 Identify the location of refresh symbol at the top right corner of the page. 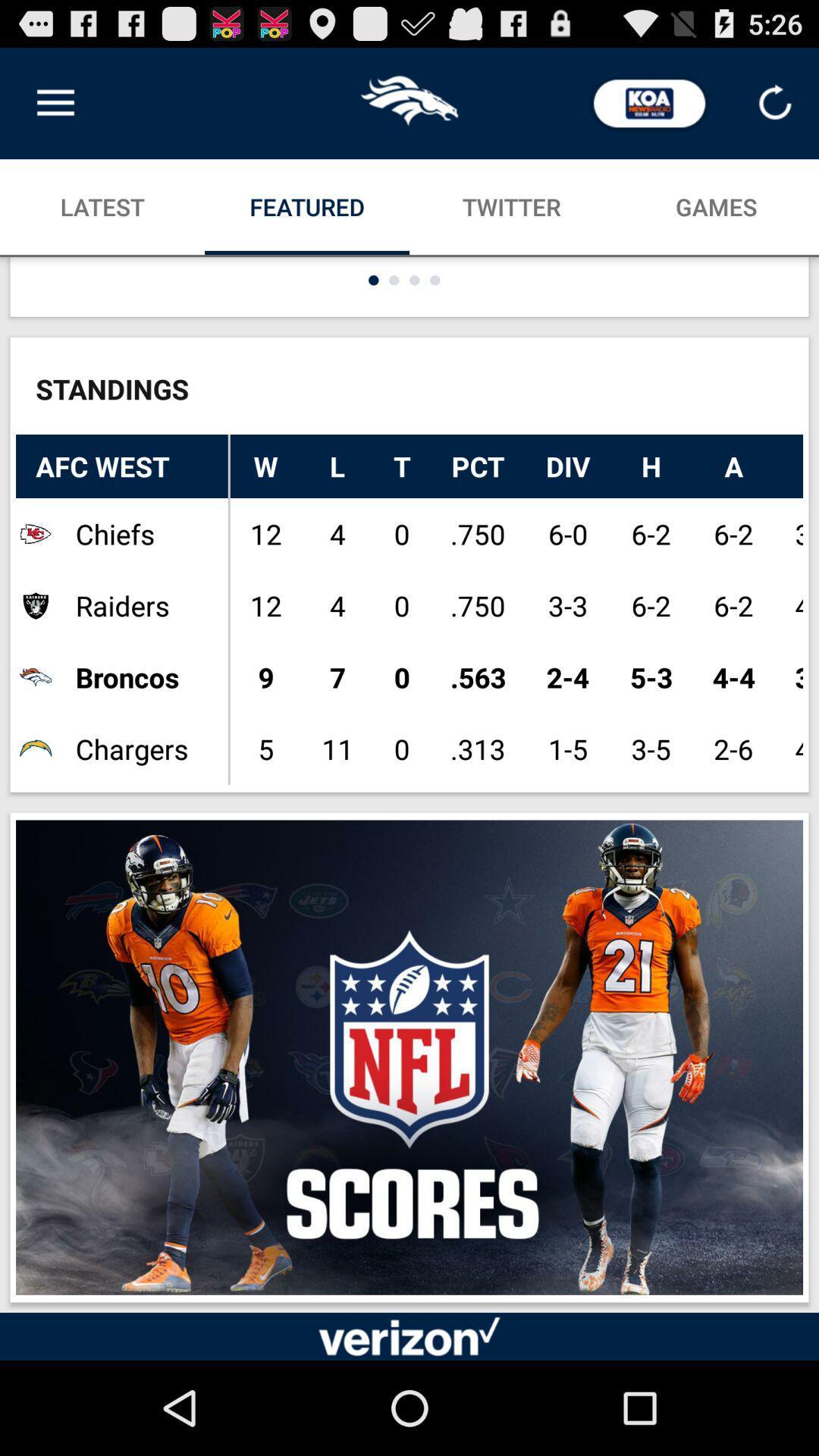
(775, 102).